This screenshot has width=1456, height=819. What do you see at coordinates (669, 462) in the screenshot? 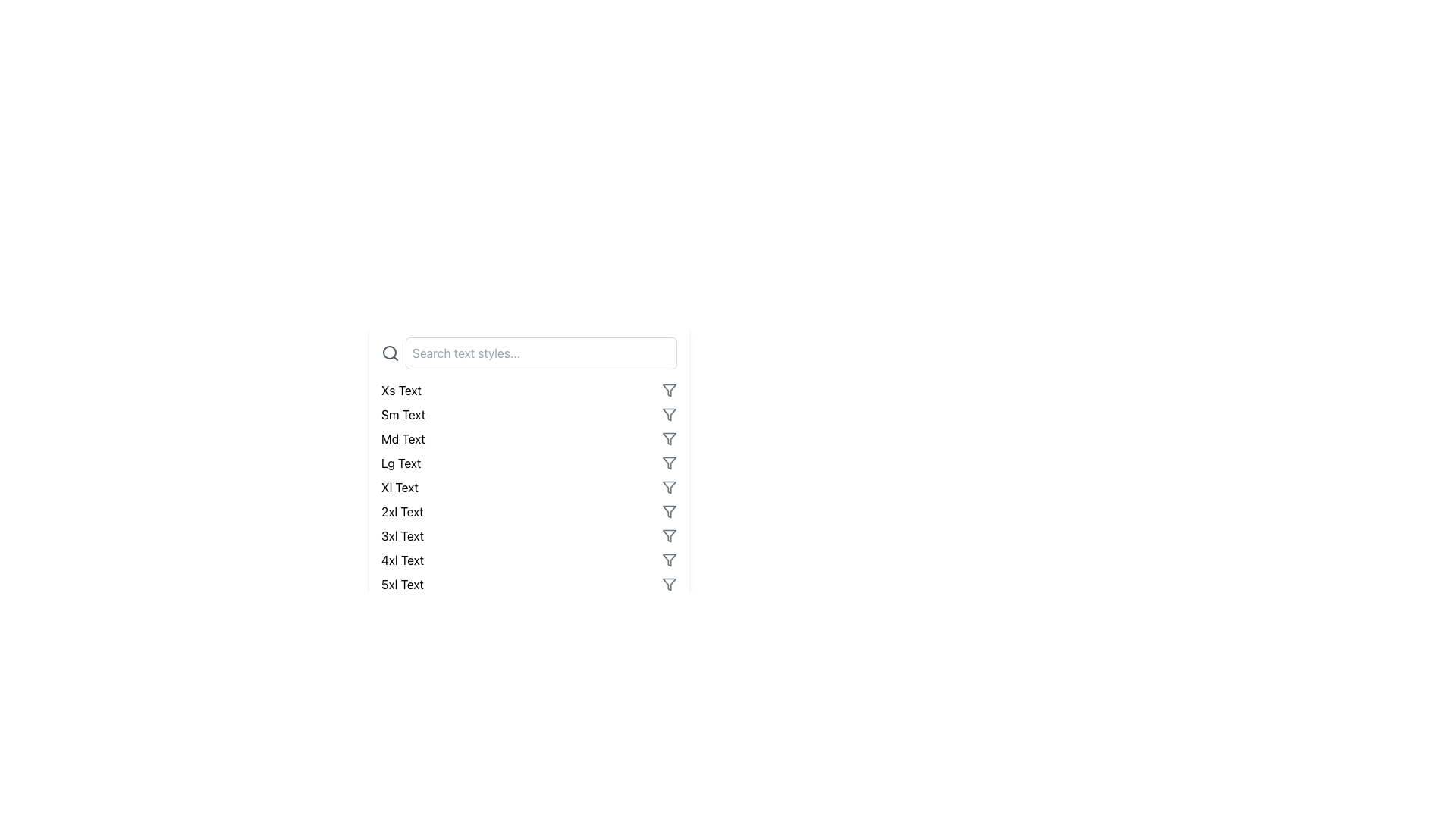
I see `the filter icon button, which has a minimalistic gray funnel shape, located on the right side of the interface panel next to the 'Lg Text'` at bounding box center [669, 462].